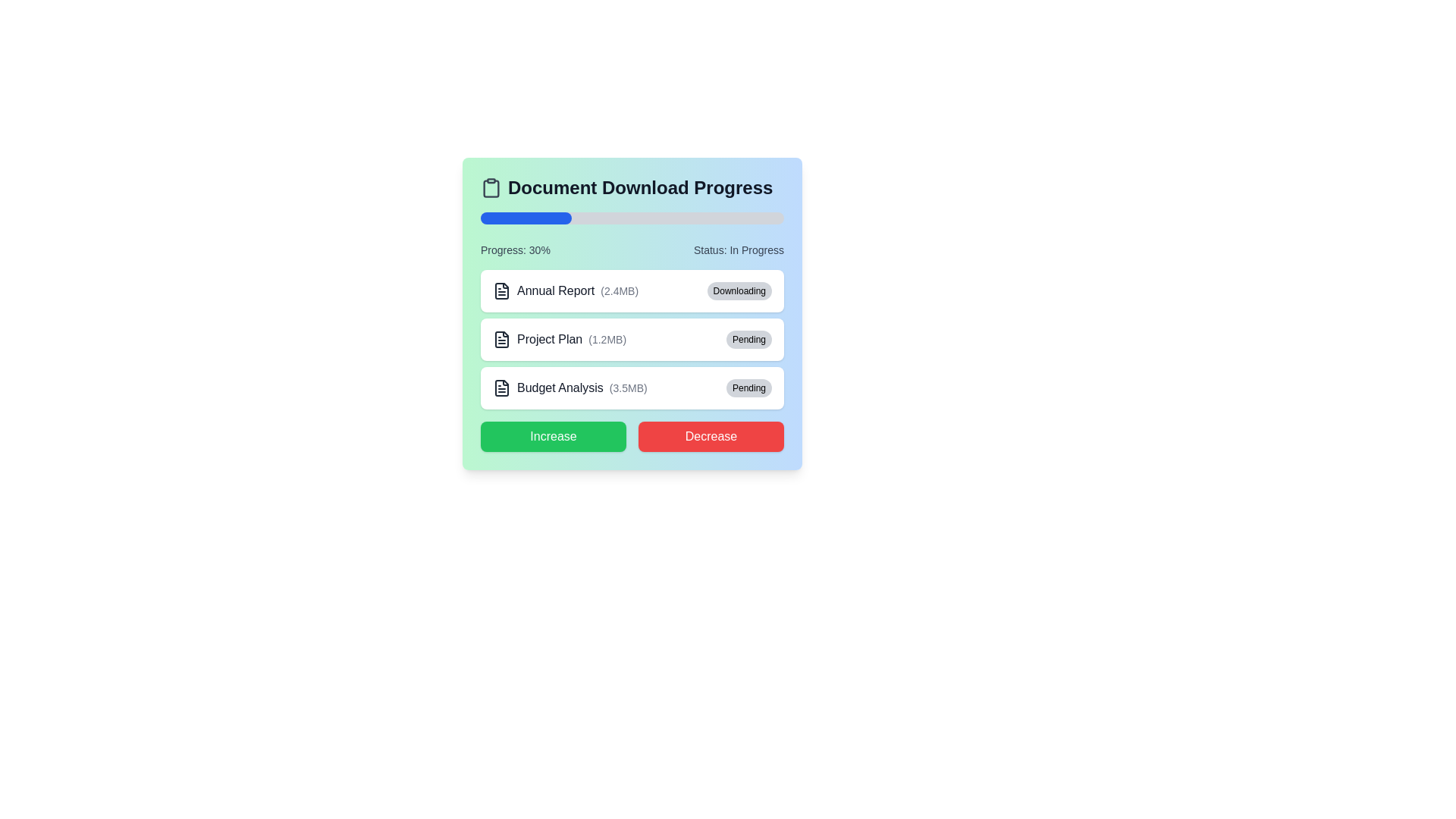 The image size is (1456, 819). I want to click on the first button in the bottom section of the 'Document Download Progress' interface, so click(552, 436).